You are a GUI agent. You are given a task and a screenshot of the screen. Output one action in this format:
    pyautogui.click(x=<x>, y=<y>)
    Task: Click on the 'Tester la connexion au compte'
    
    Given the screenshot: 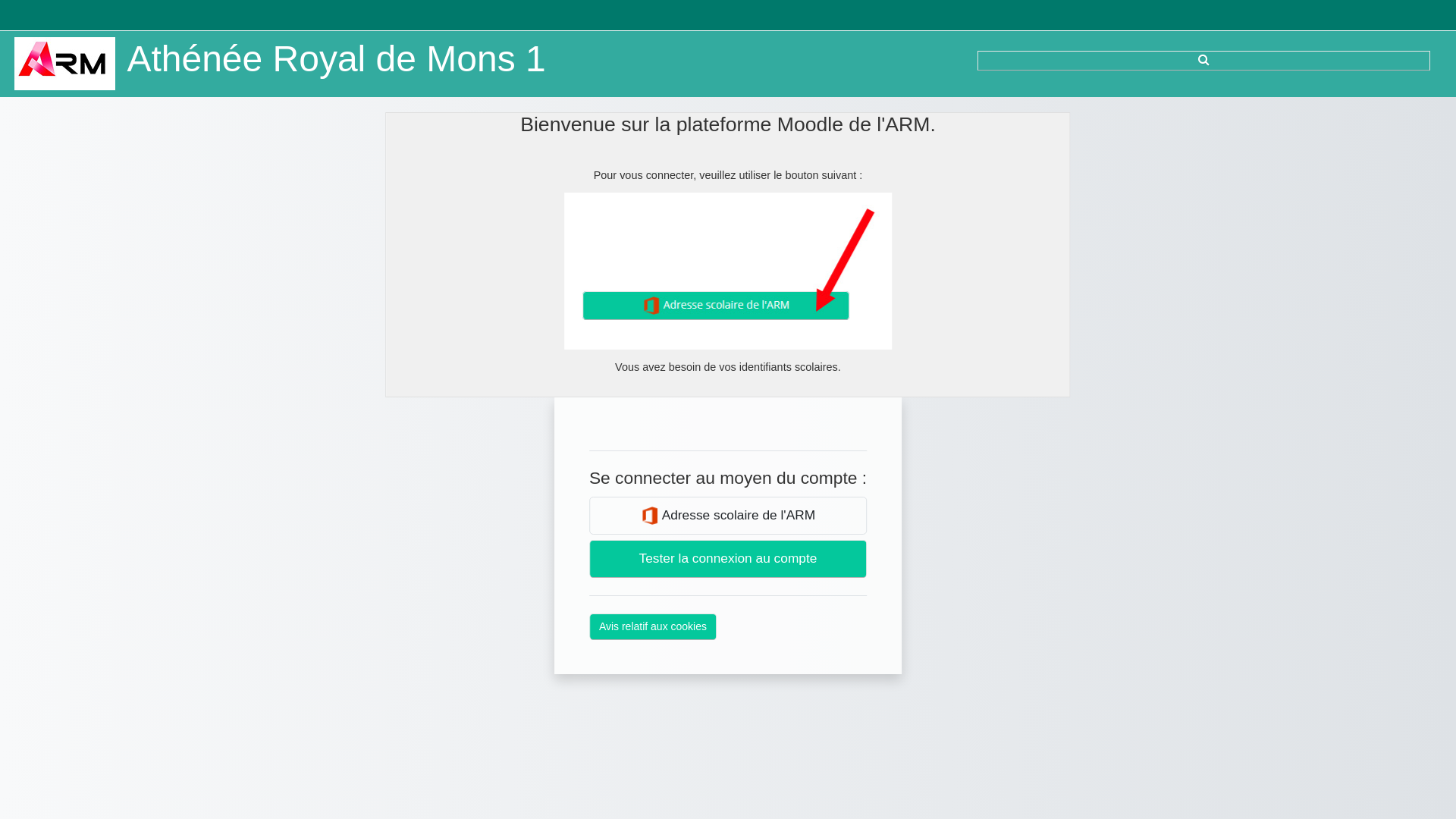 What is the action you would take?
    pyautogui.click(x=728, y=558)
    